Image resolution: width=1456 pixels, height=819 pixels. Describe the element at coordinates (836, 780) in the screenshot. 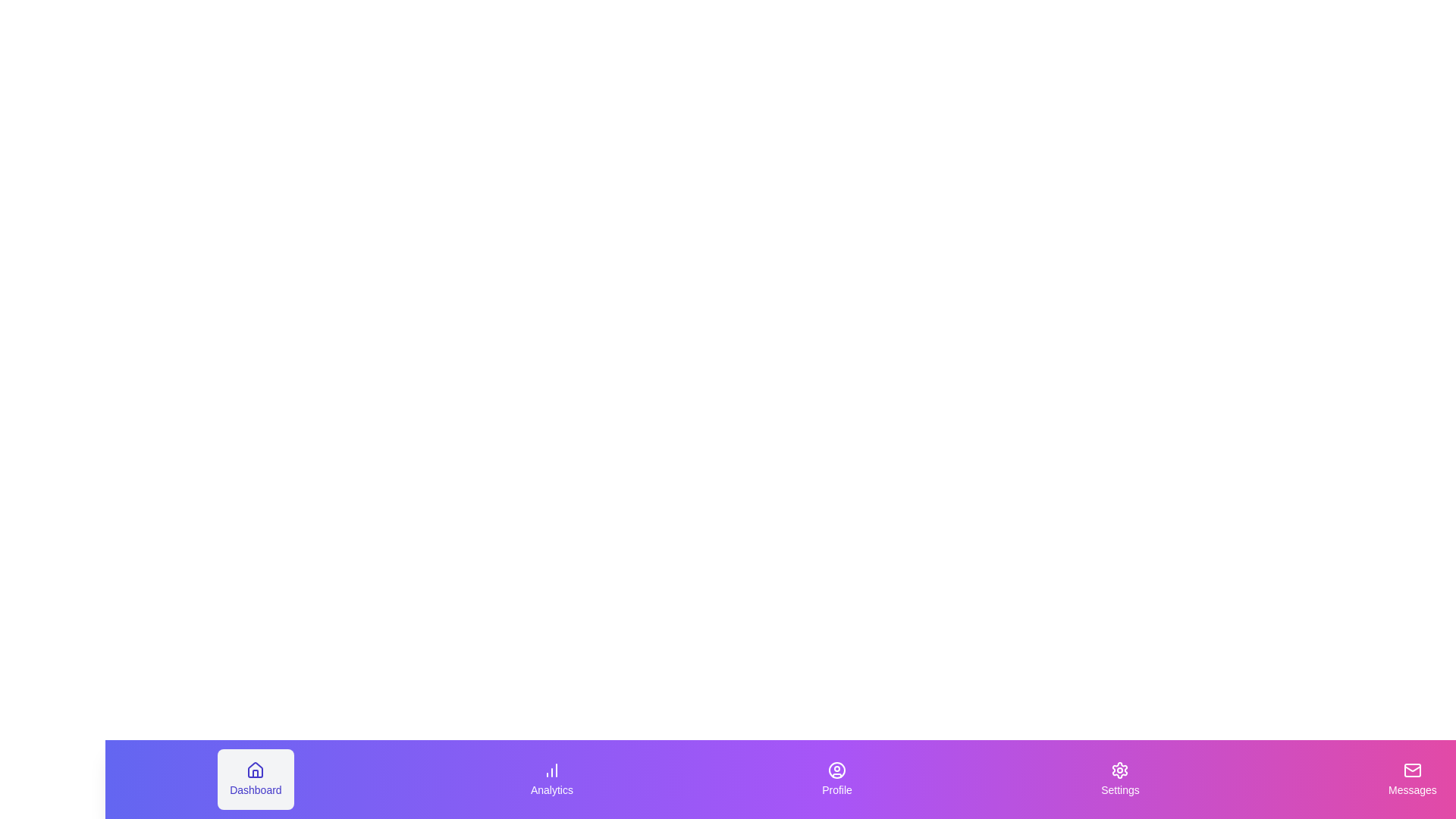

I see `the tab labeled Profile to see its visual feedback` at that location.